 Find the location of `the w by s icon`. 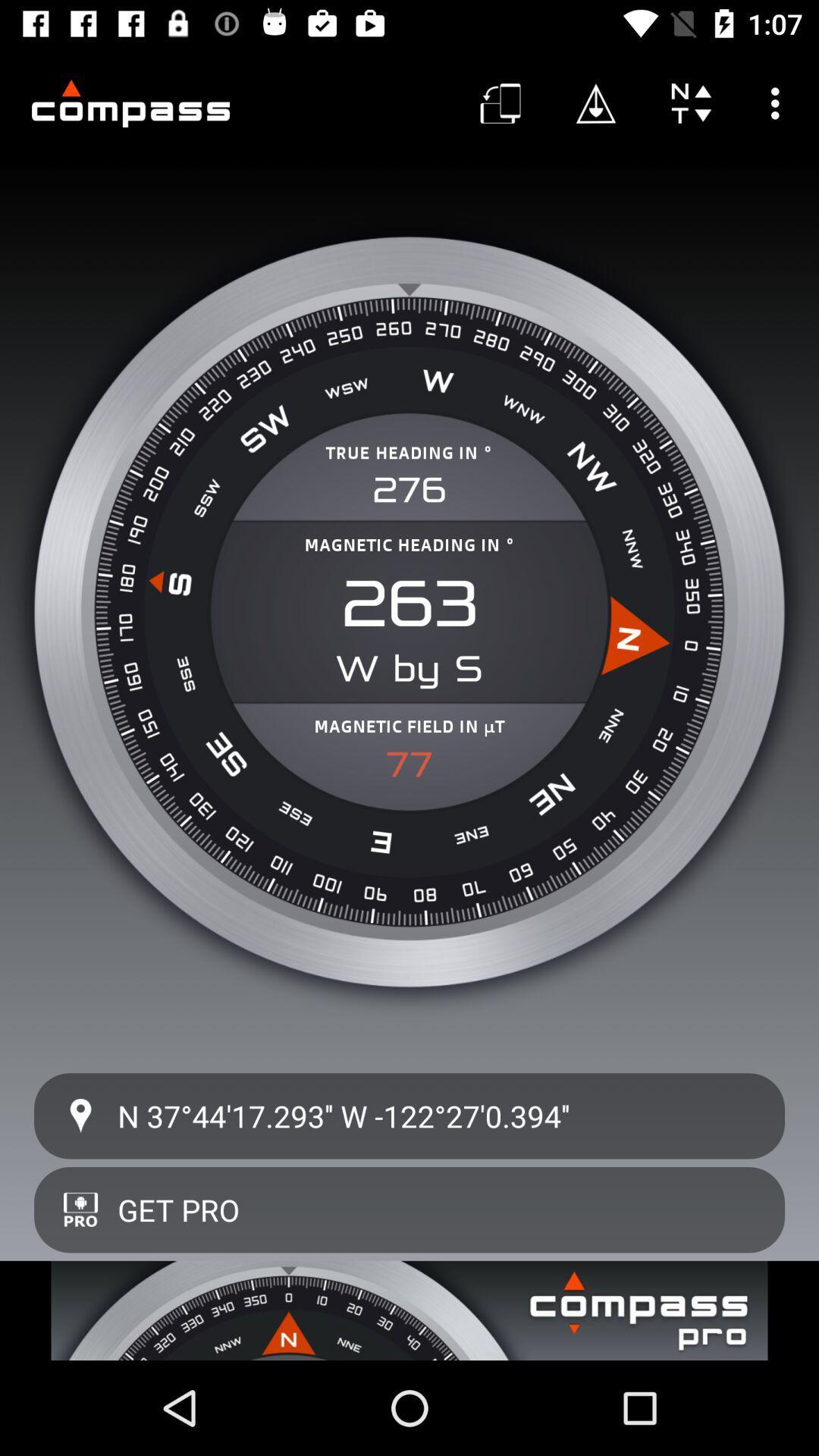

the w by s icon is located at coordinates (409, 668).